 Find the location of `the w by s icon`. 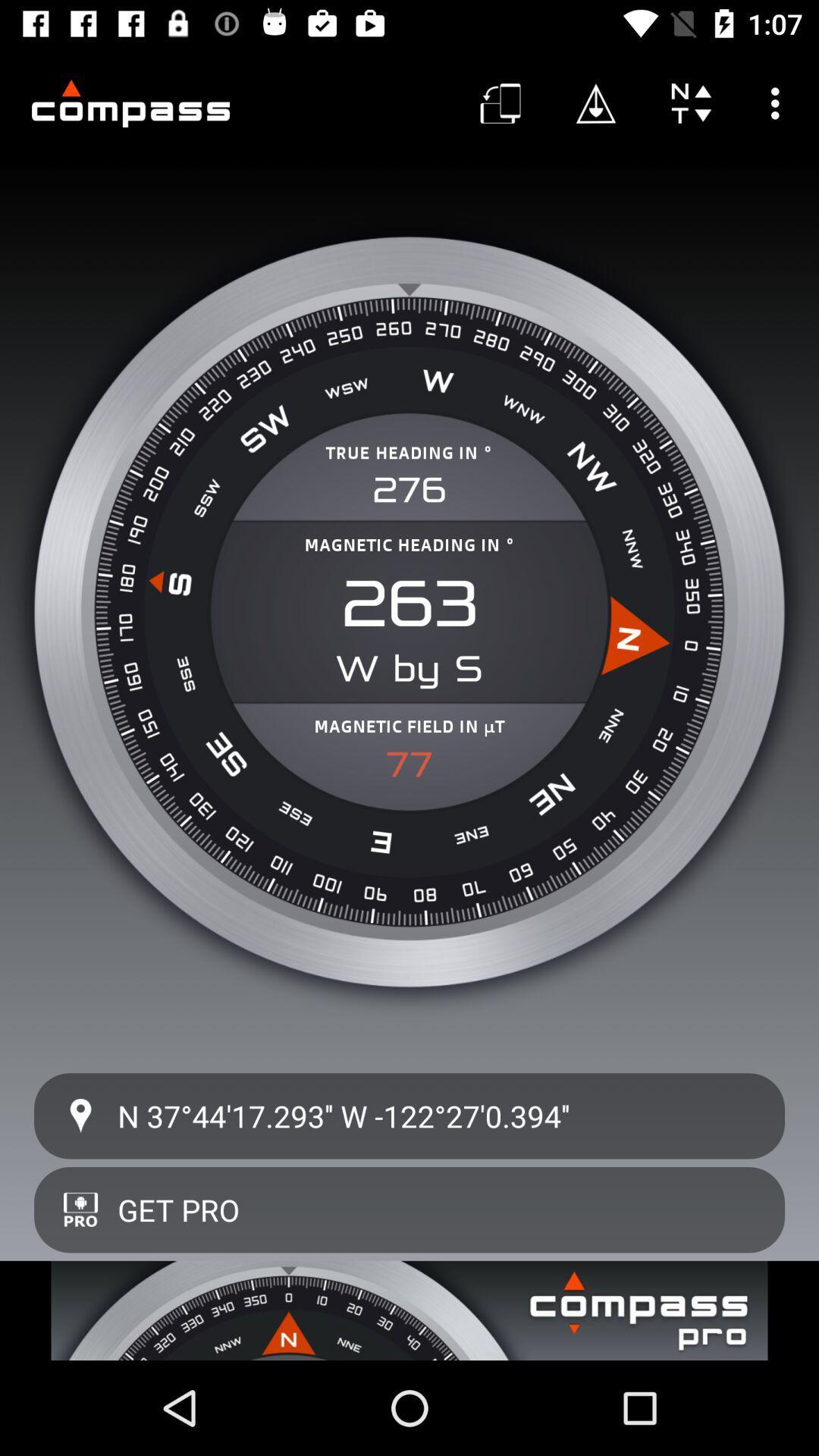

the w by s icon is located at coordinates (409, 668).